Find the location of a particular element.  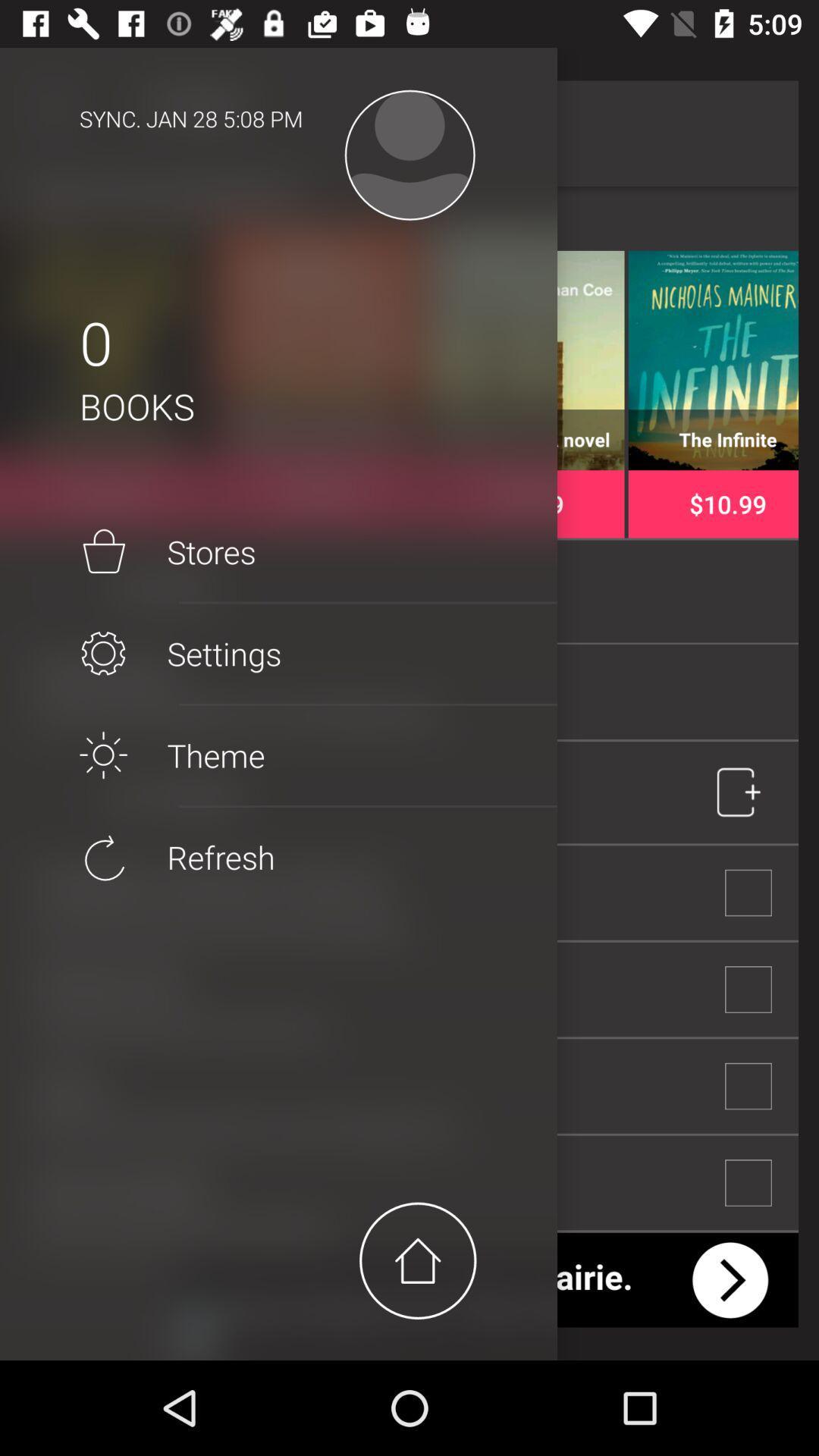

the home symbol icon is located at coordinates (418, 1260).